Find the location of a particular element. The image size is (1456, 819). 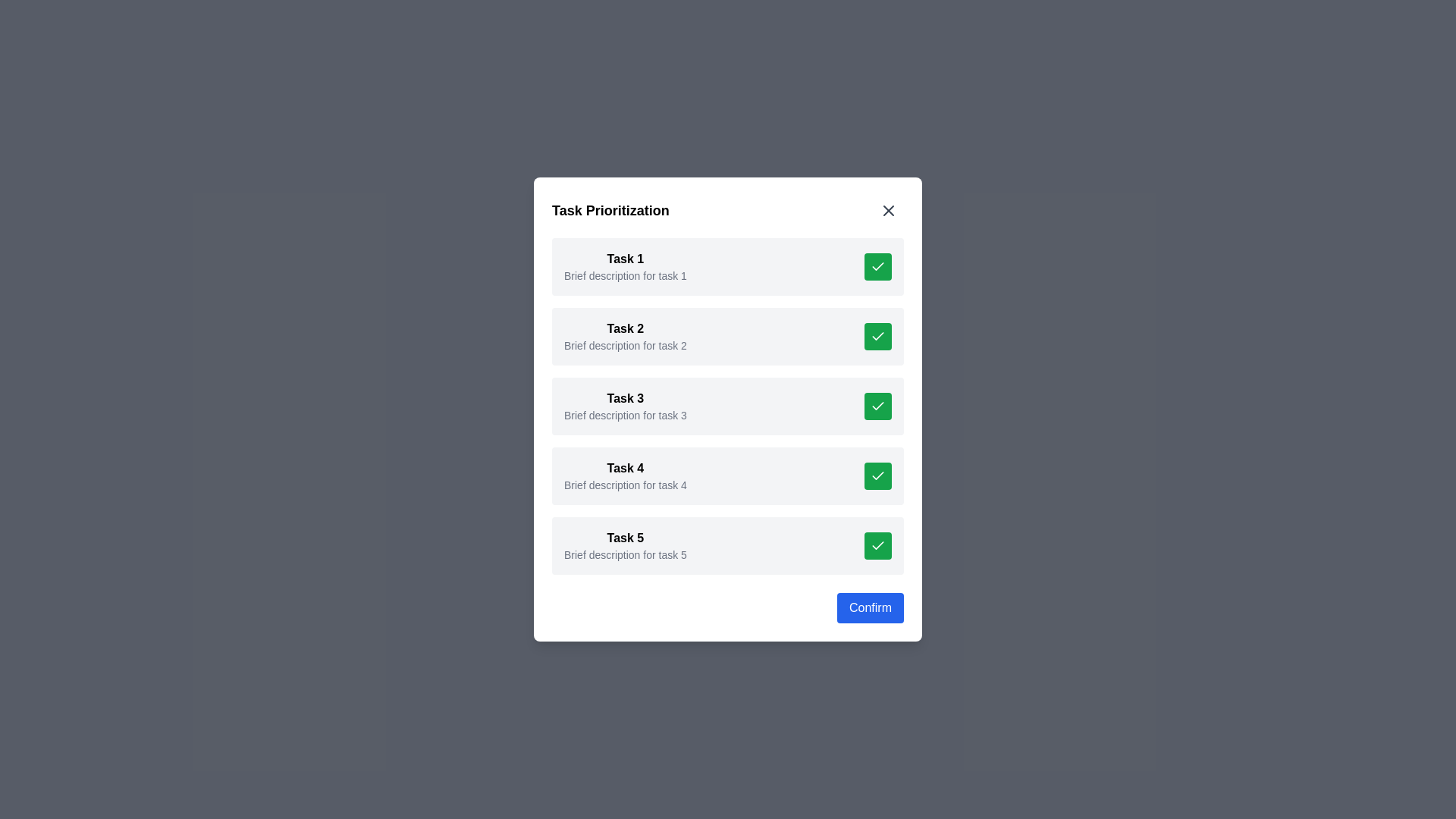

the supporting description text label located below 'Task 5', which is the last task entry in the task list on the modal is located at coordinates (626, 555).